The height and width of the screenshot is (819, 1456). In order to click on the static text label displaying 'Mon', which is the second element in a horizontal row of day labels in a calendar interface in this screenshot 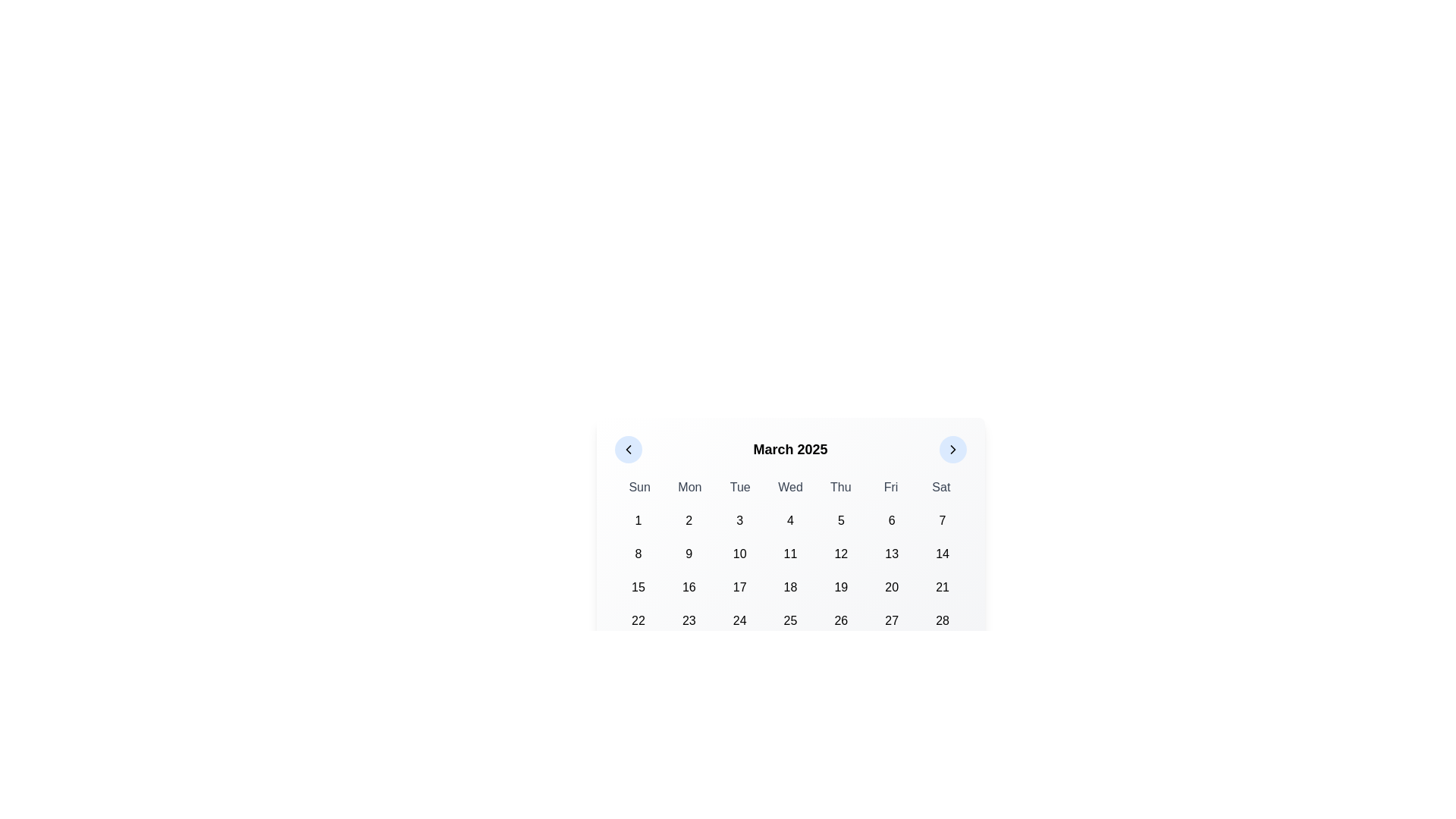, I will do `click(689, 488)`.